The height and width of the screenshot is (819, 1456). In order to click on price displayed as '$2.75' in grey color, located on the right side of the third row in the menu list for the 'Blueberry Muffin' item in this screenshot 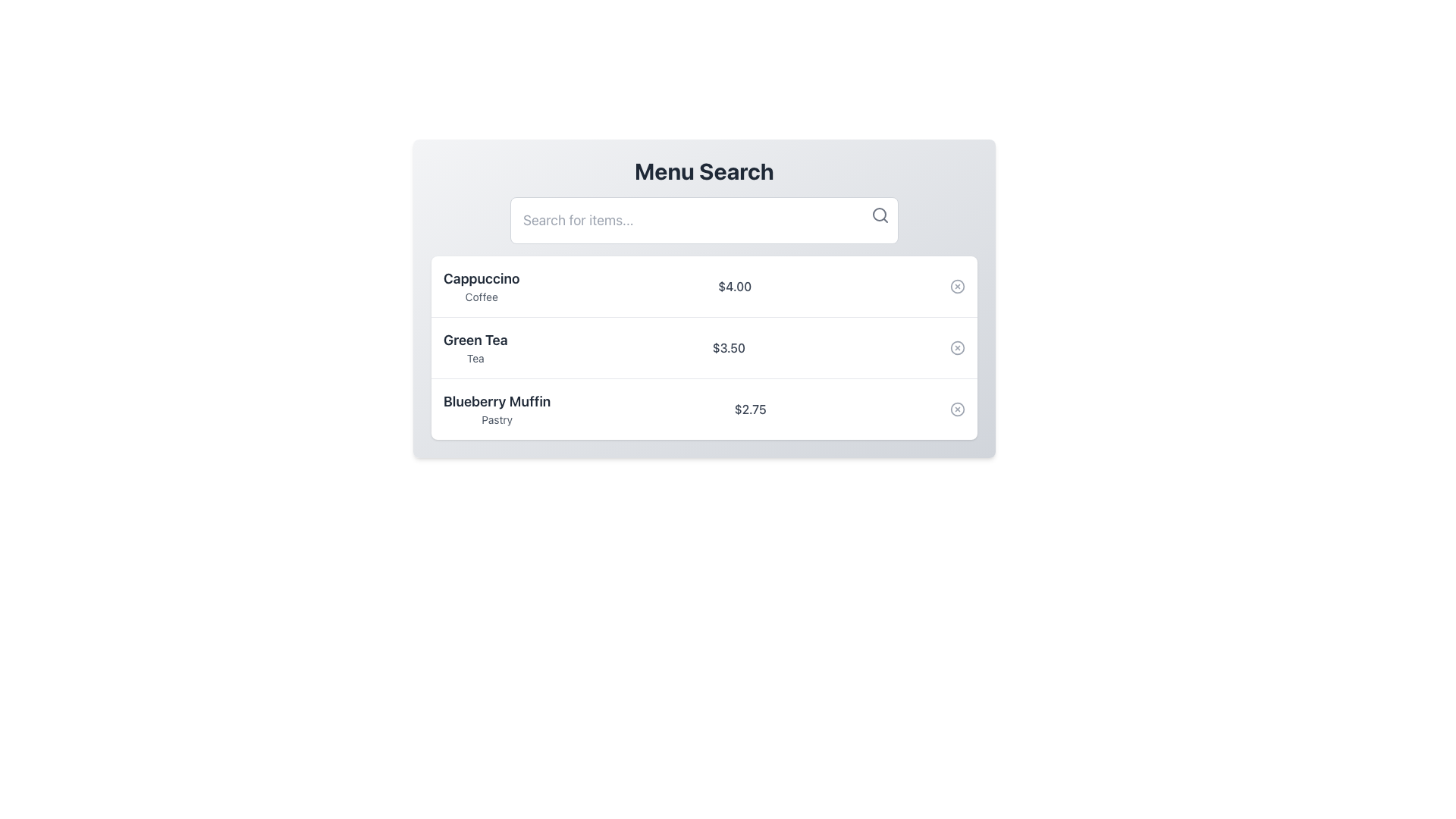, I will do `click(750, 409)`.